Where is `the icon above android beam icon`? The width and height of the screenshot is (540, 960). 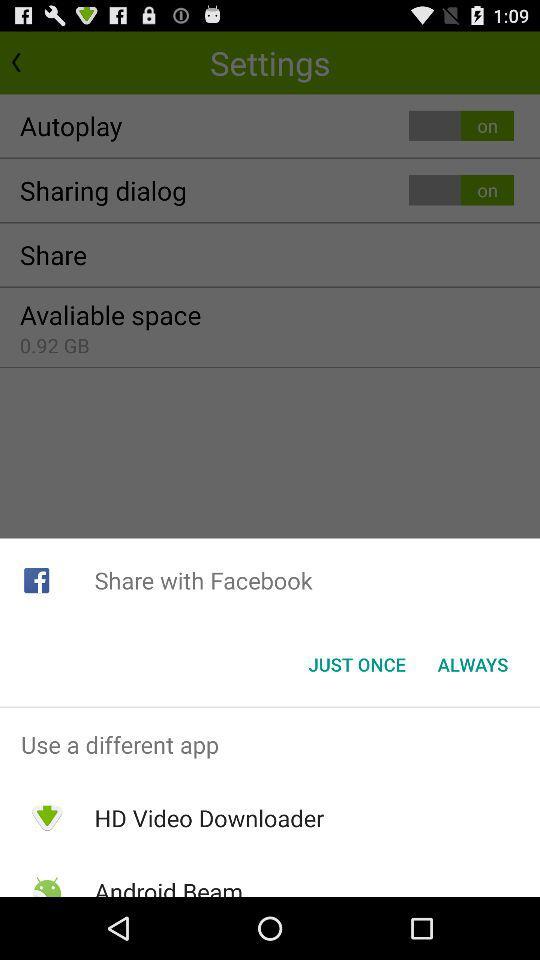
the icon above android beam icon is located at coordinates (208, 818).